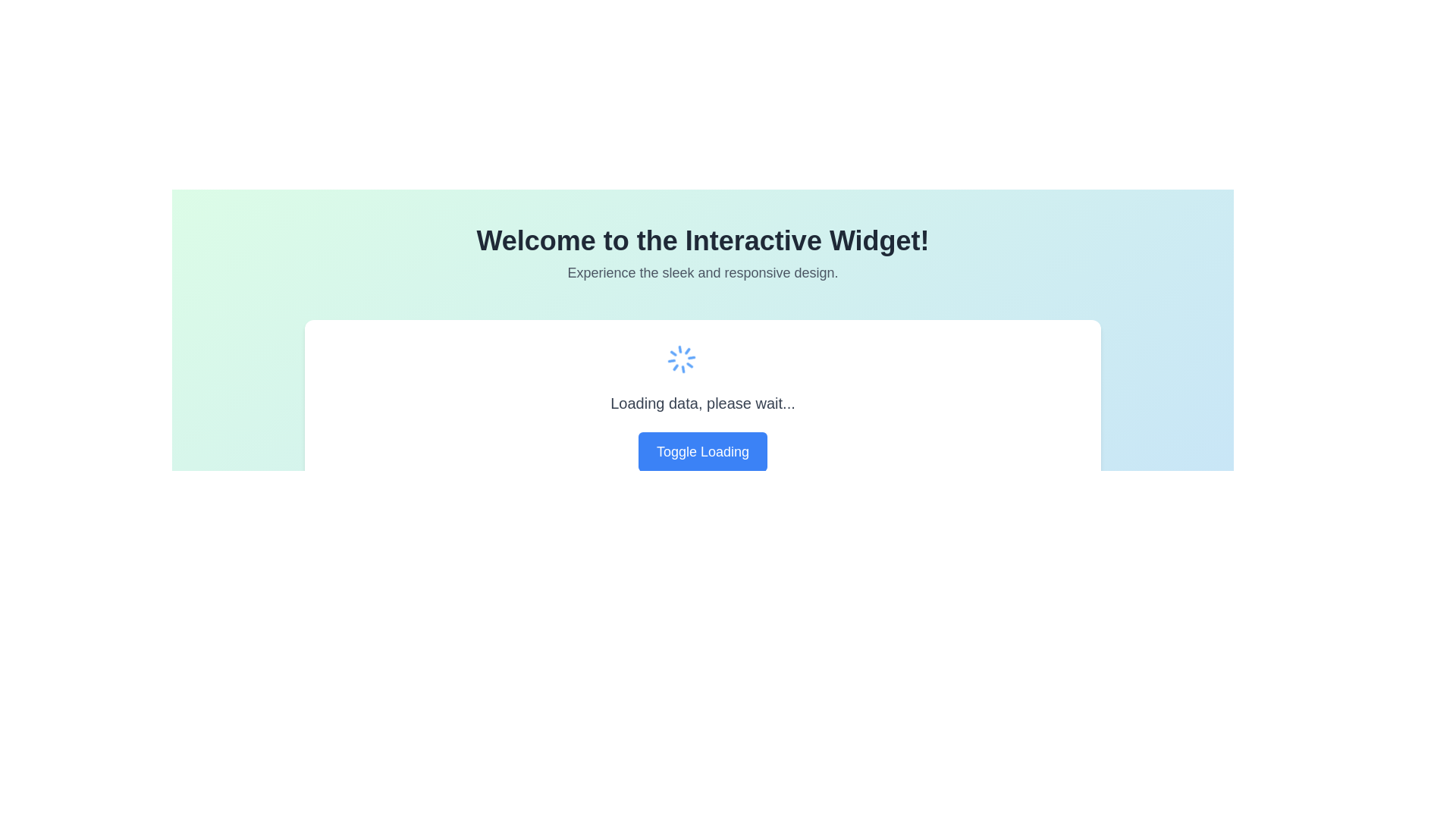 Image resolution: width=1456 pixels, height=819 pixels. Describe the element at coordinates (701, 271) in the screenshot. I see `the static text element reading 'Experience the sleek and responsive design.' which is located below the heading 'Welcome to the Interactive Widget!'` at that location.